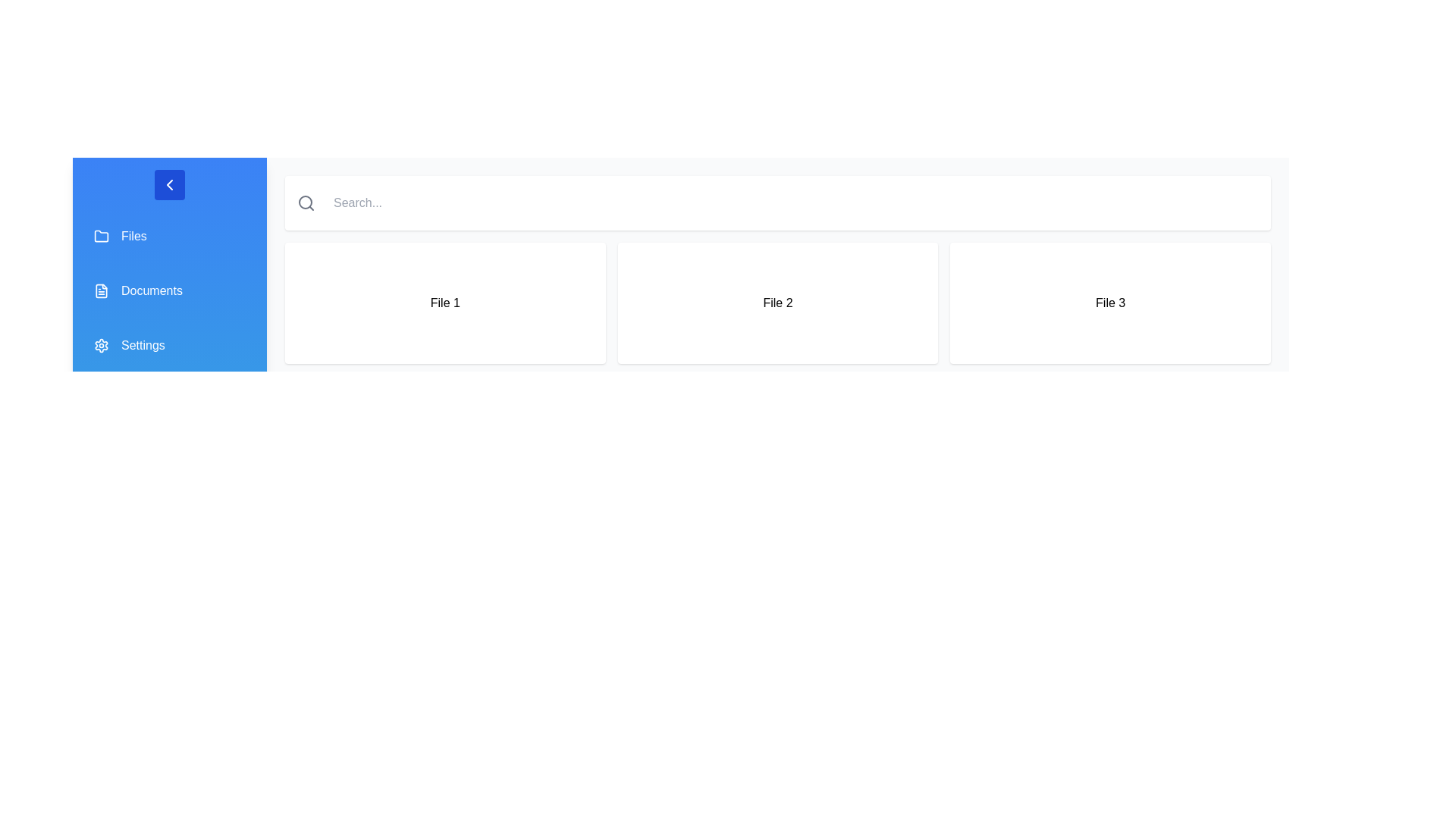 This screenshot has height=819, width=1456. Describe the element at coordinates (170, 291) in the screenshot. I see `the 'Documents' label in the sidebar to navigate to the Documents section` at that location.